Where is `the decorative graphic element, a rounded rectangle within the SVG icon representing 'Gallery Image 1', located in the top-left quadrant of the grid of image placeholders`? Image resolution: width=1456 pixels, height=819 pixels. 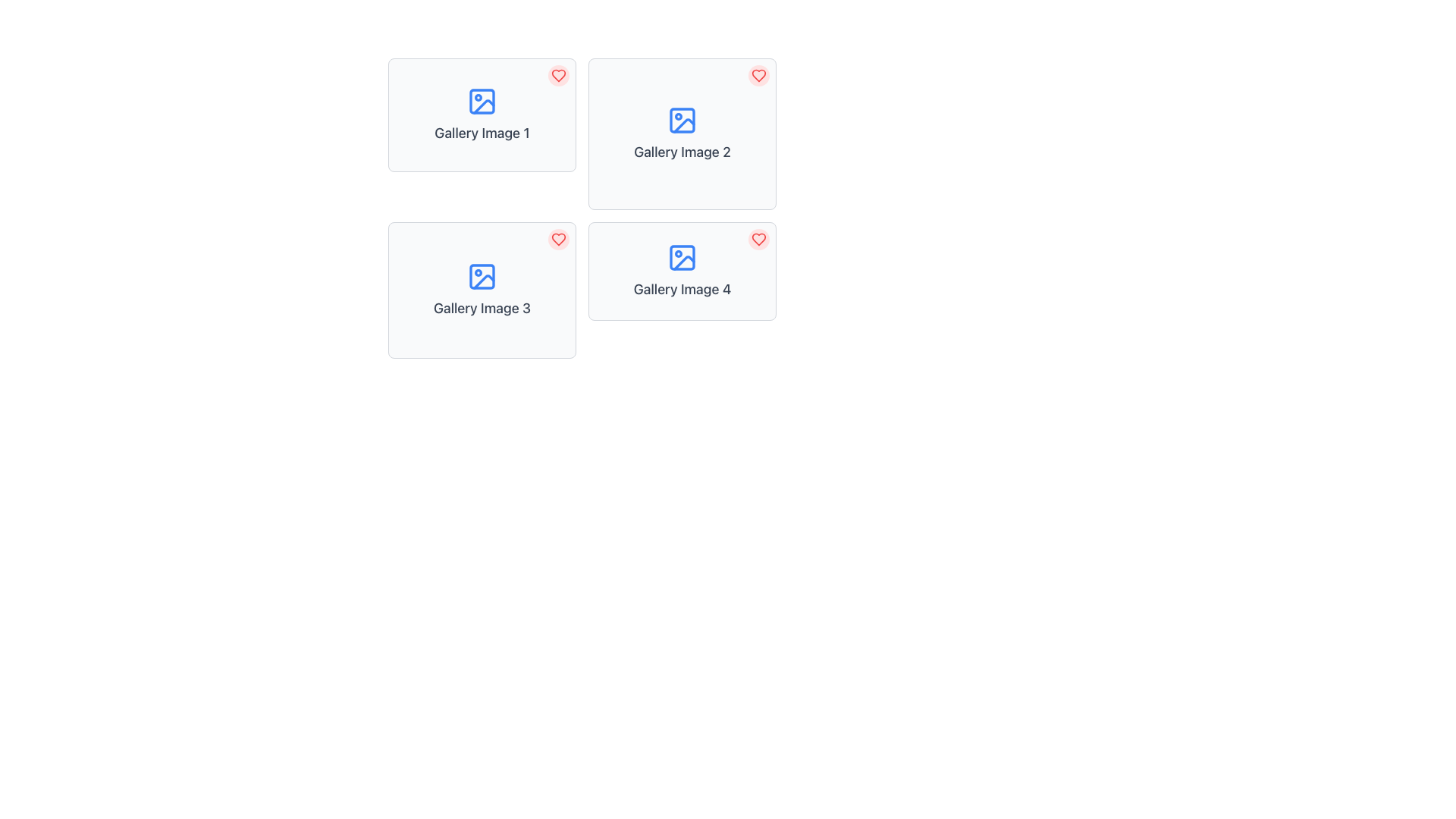
the decorative graphic element, a rounded rectangle within the SVG icon representing 'Gallery Image 1', located in the top-left quadrant of the grid of image placeholders is located at coordinates (481, 102).